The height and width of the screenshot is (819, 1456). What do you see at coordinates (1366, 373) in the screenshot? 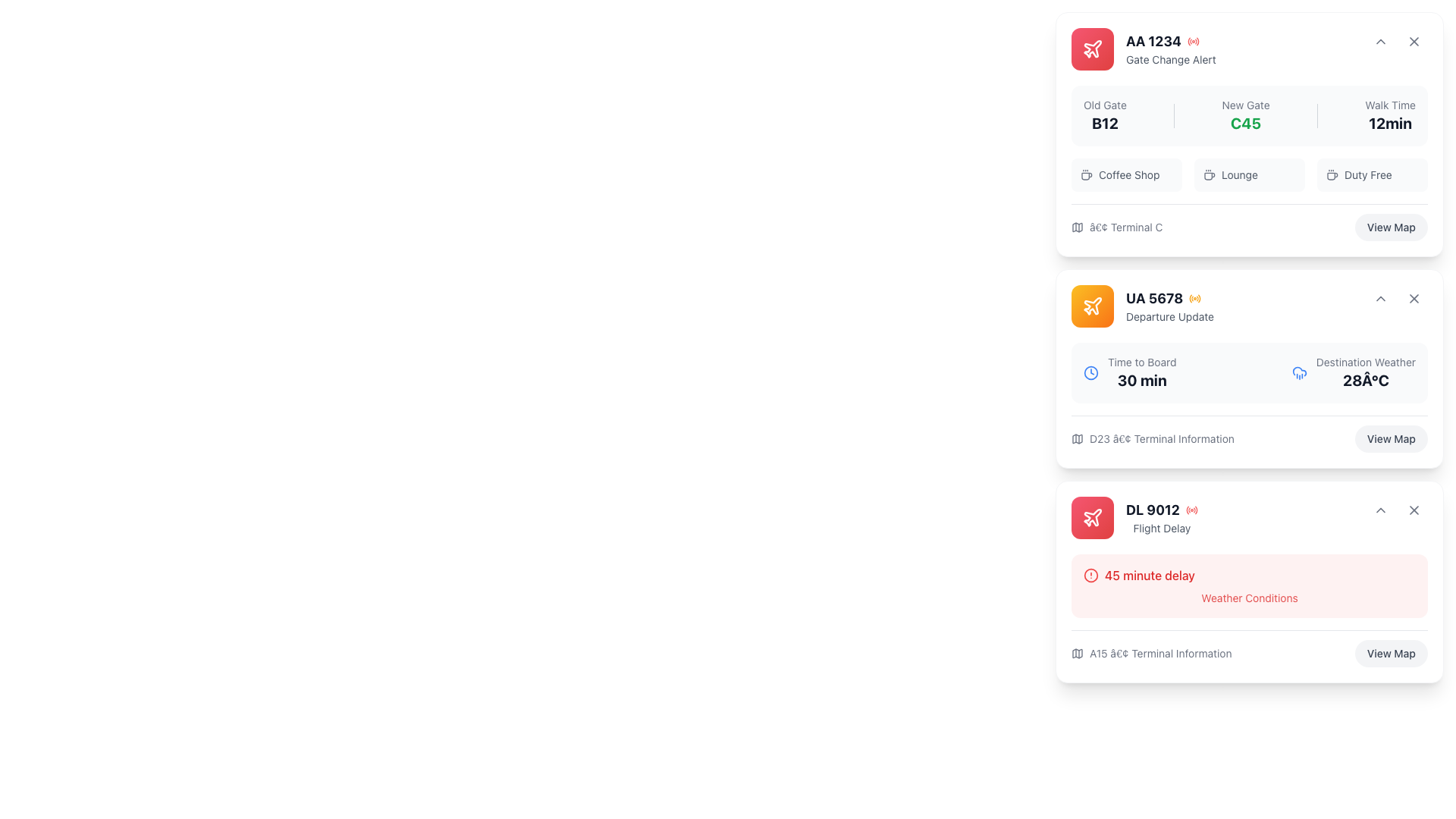
I see `the static informational text displaying weather details for the destination associated with the flight in the 'UA 5678 Departure Update' card, located on the far-right side in the same row as the boarding time information` at bounding box center [1366, 373].